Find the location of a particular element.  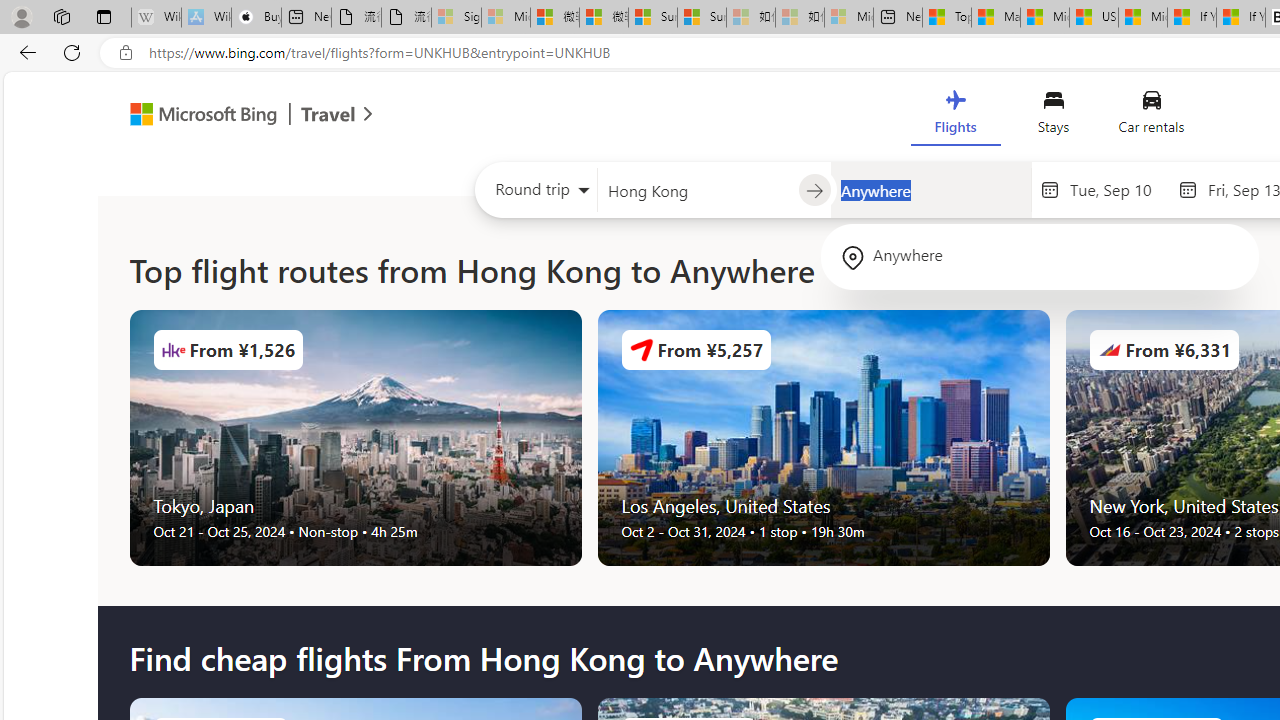

'Class: autosuggest-container full-height no-y-padding' is located at coordinates (929, 190).